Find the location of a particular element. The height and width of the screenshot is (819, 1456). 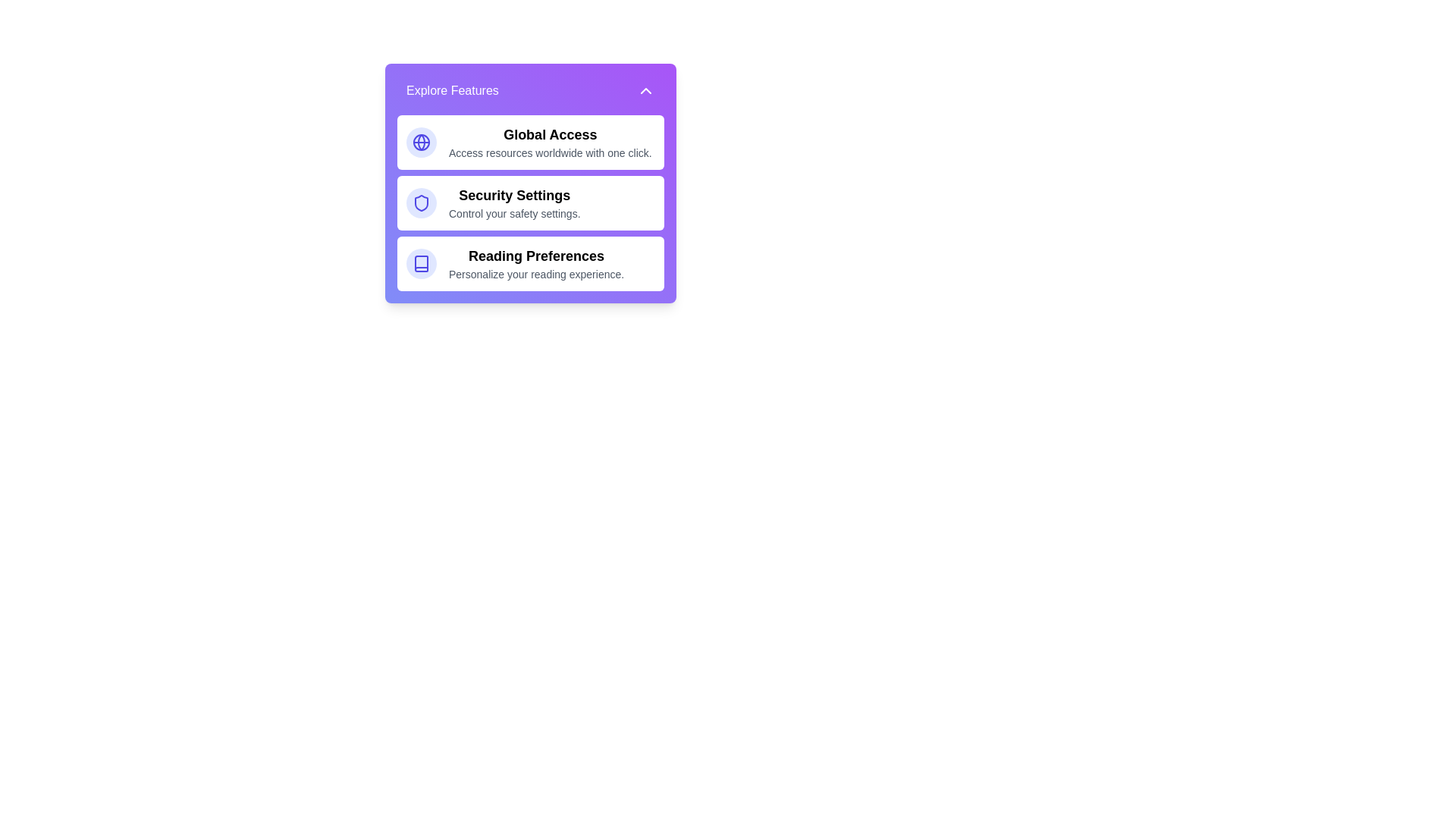

text content of the textual component that serves as a title and description for reading preferences, located below 'Global Access' and 'Security Settings' is located at coordinates (536, 262).